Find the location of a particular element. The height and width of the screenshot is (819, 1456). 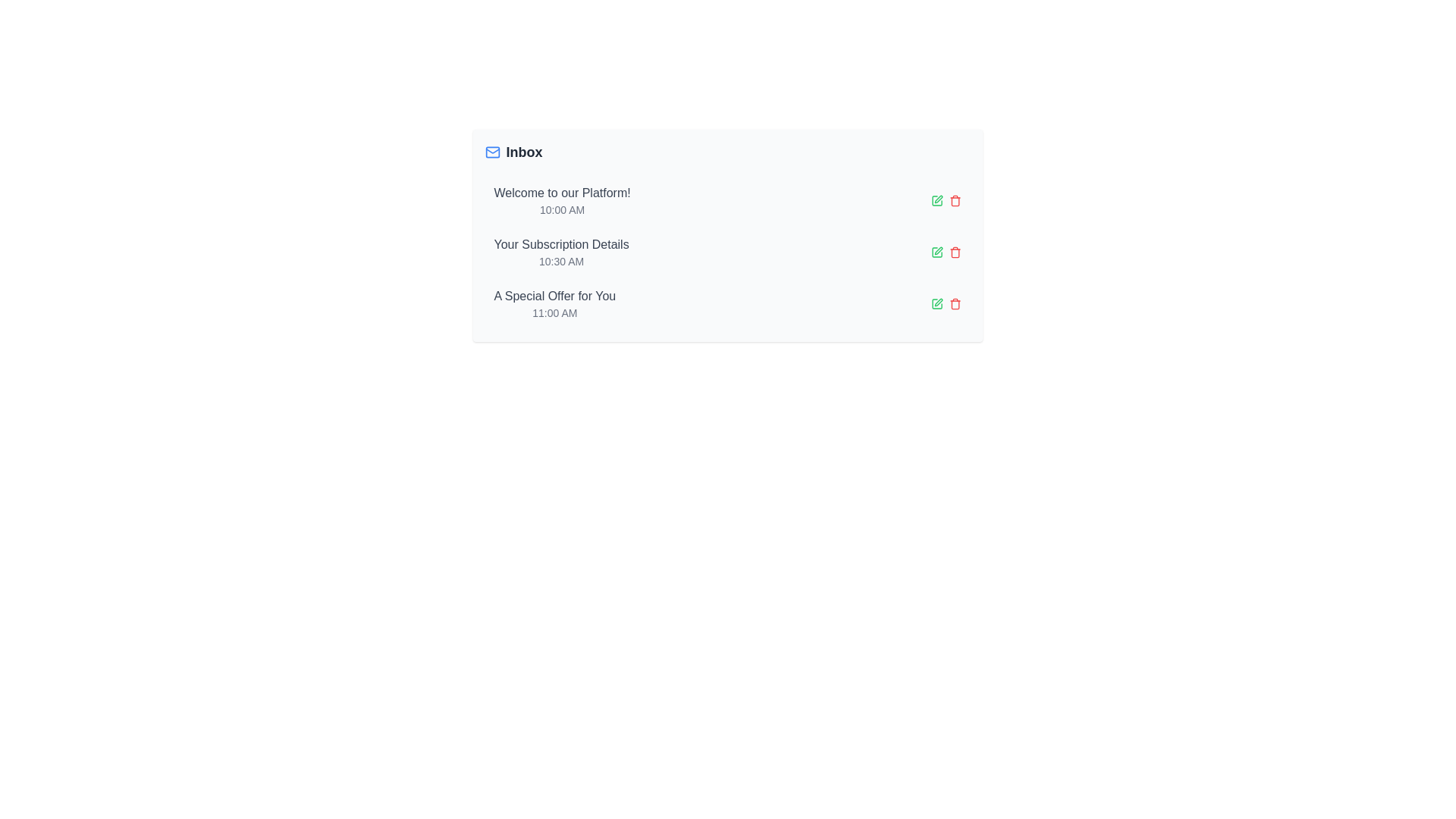

the edit icon located at the right-most side of the second list item in the interface, which functions as a visual indicator for editing the associated item is located at coordinates (936, 251).